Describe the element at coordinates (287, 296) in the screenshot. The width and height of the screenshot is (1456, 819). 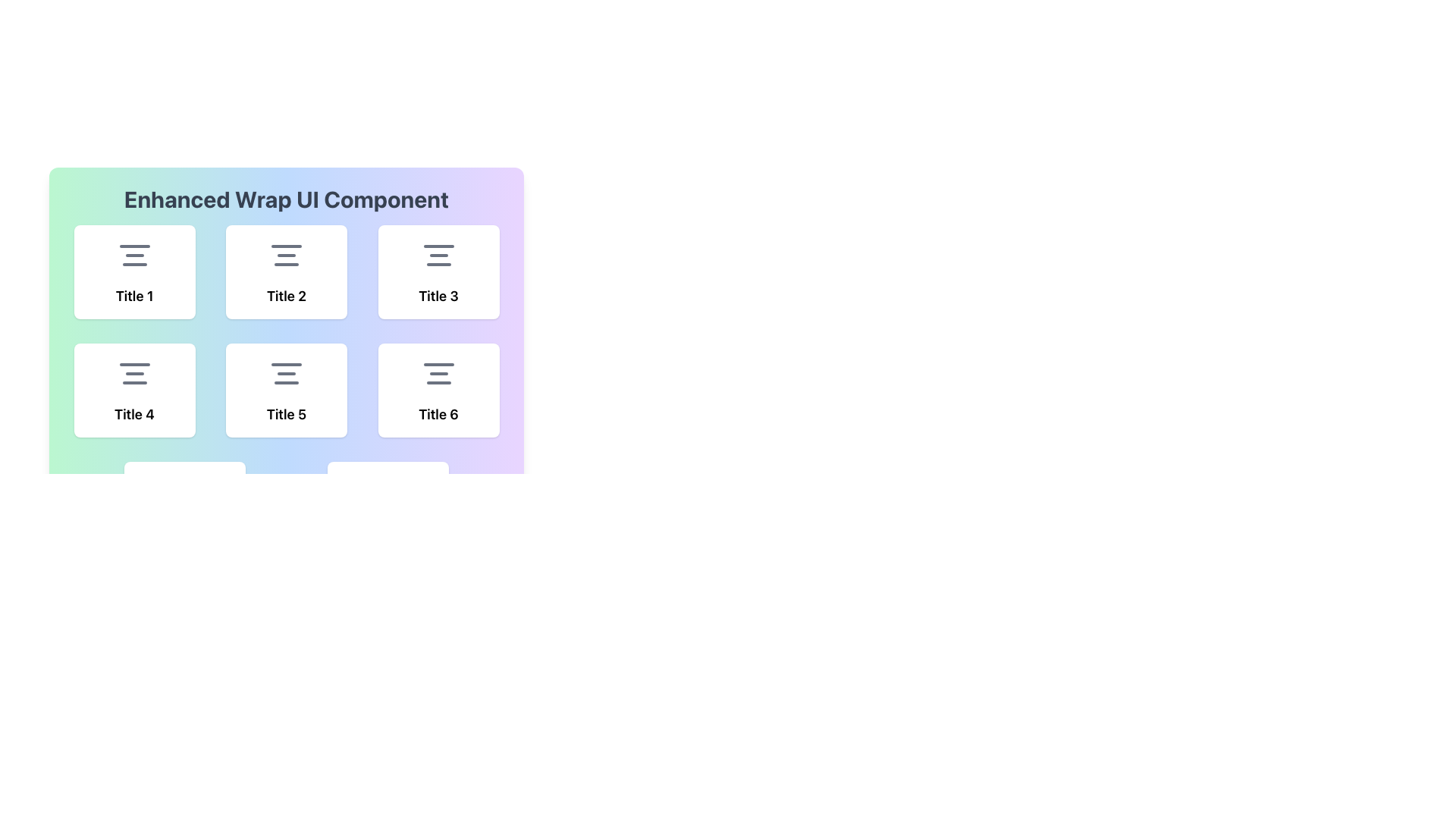
I see `the text label reading 'Title 2', which is styled in bold and centered font, located in the first row and second column of a grid layout` at that location.